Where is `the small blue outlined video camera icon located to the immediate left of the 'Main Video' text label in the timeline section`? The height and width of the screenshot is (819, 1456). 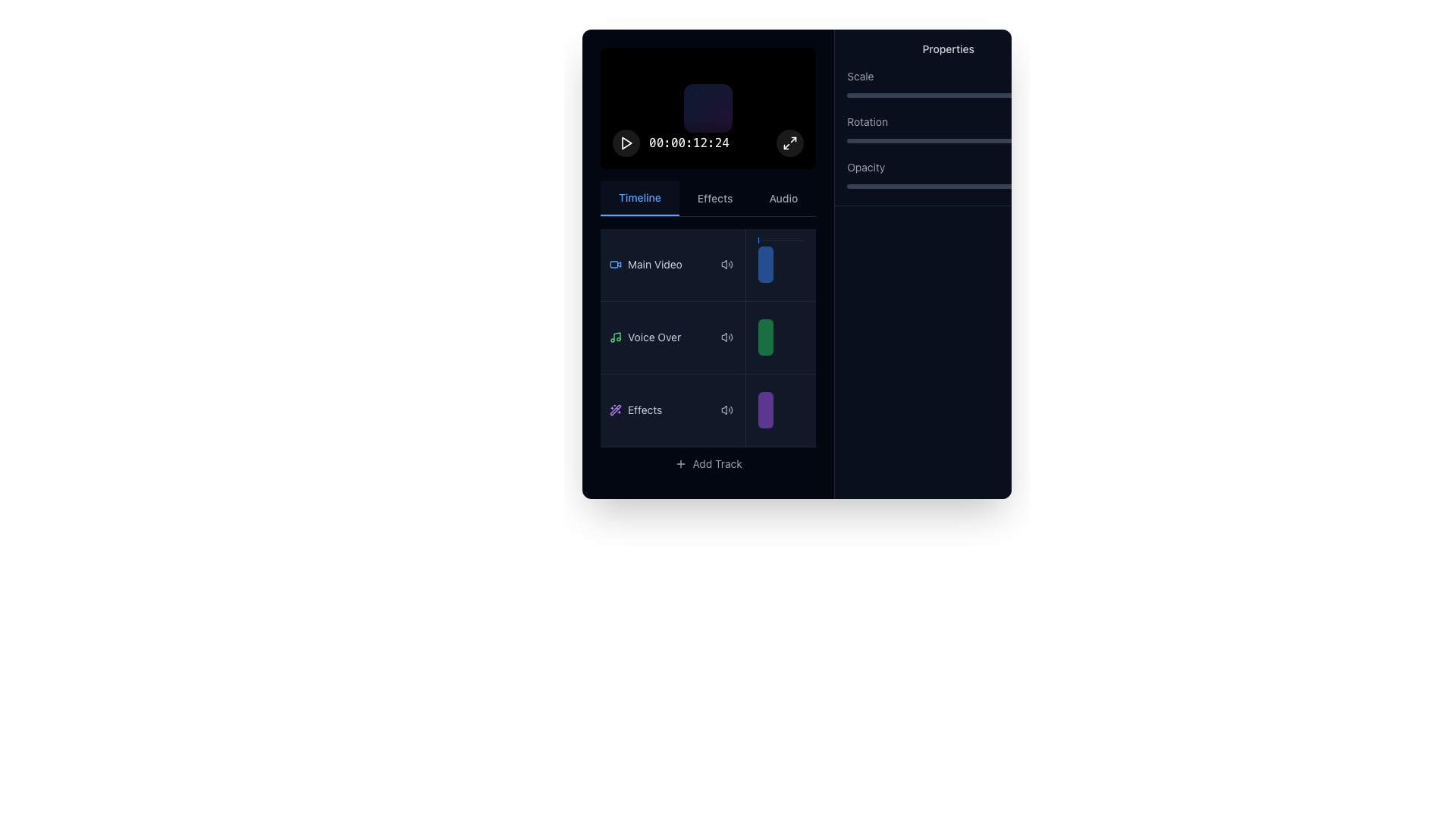
the small blue outlined video camera icon located to the immediate left of the 'Main Video' text label in the timeline section is located at coordinates (615, 263).